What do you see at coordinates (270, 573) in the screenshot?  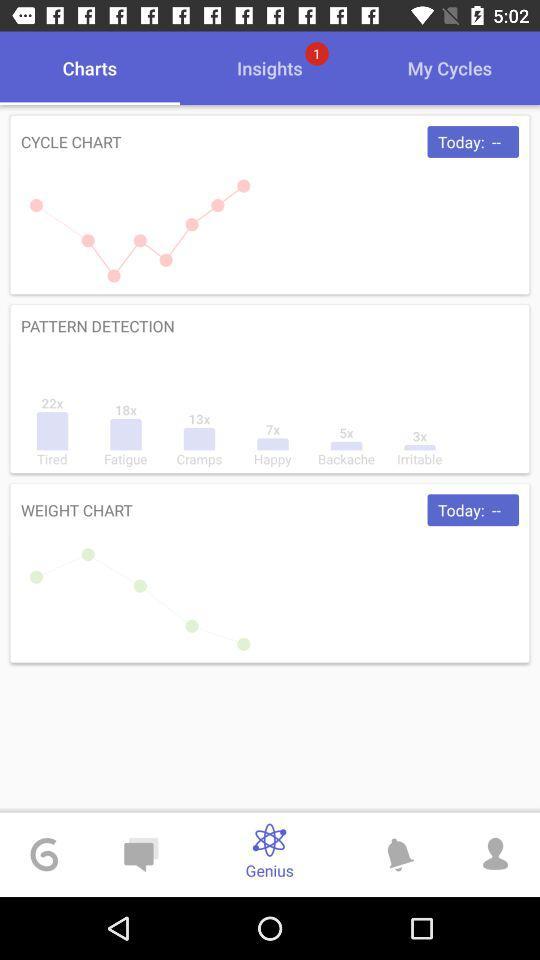 I see `weight chart option` at bounding box center [270, 573].